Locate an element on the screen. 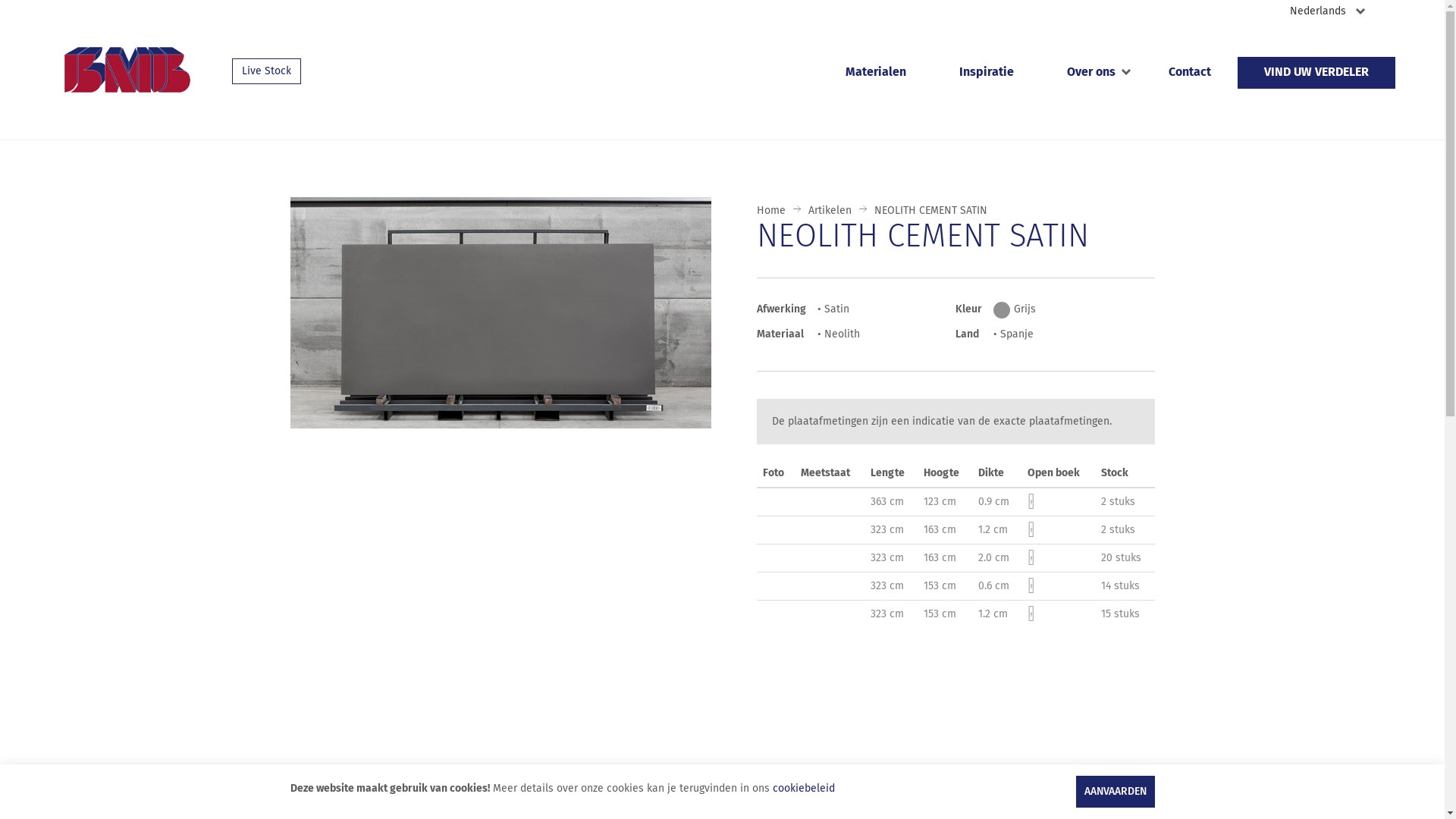 The height and width of the screenshot is (819, 1456). 'cookiebeleid' is located at coordinates (802, 788).